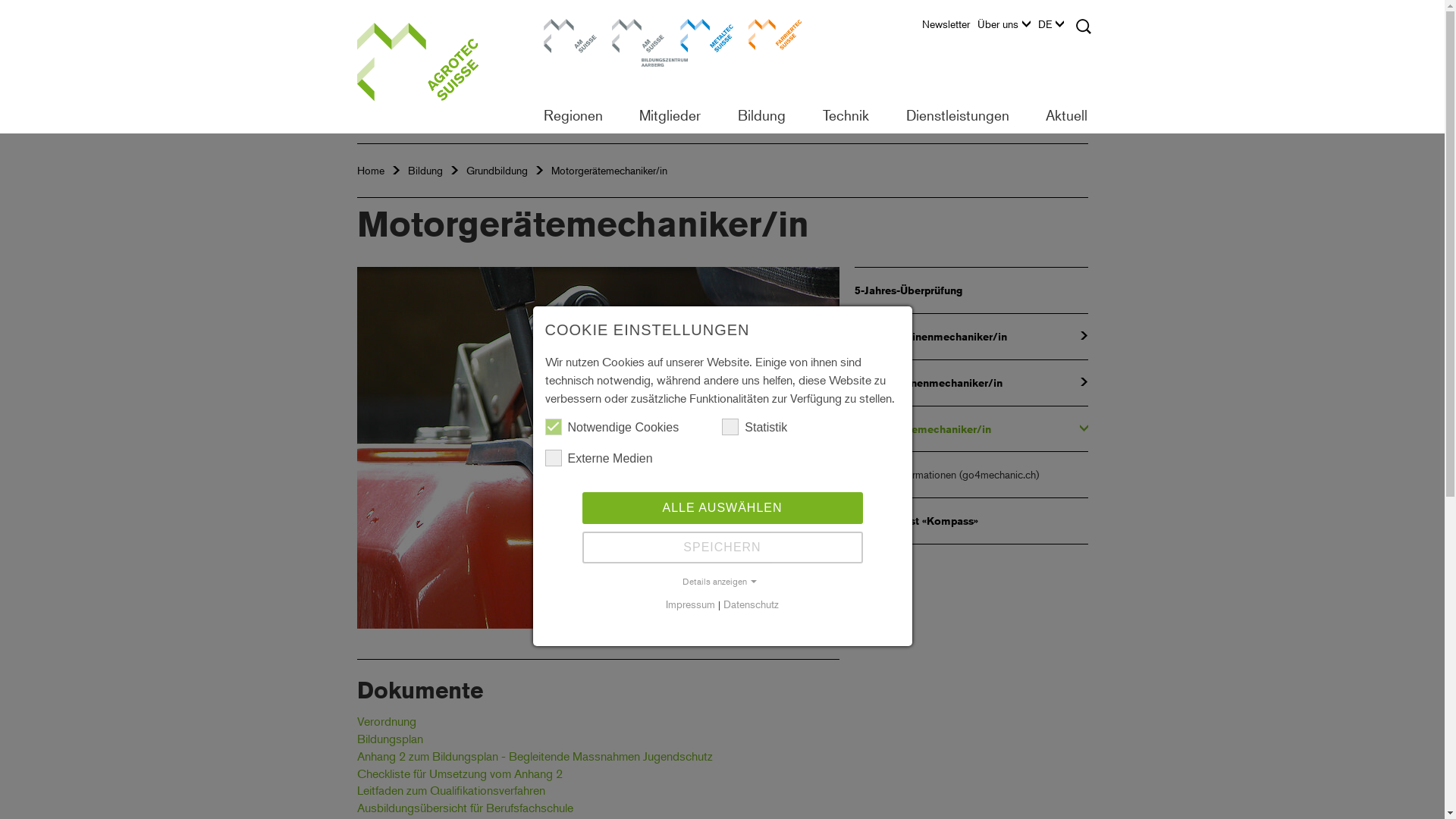 The width and height of the screenshot is (1456, 819). Describe the element at coordinates (689, 603) in the screenshot. I see `'Impressum'` at that location.